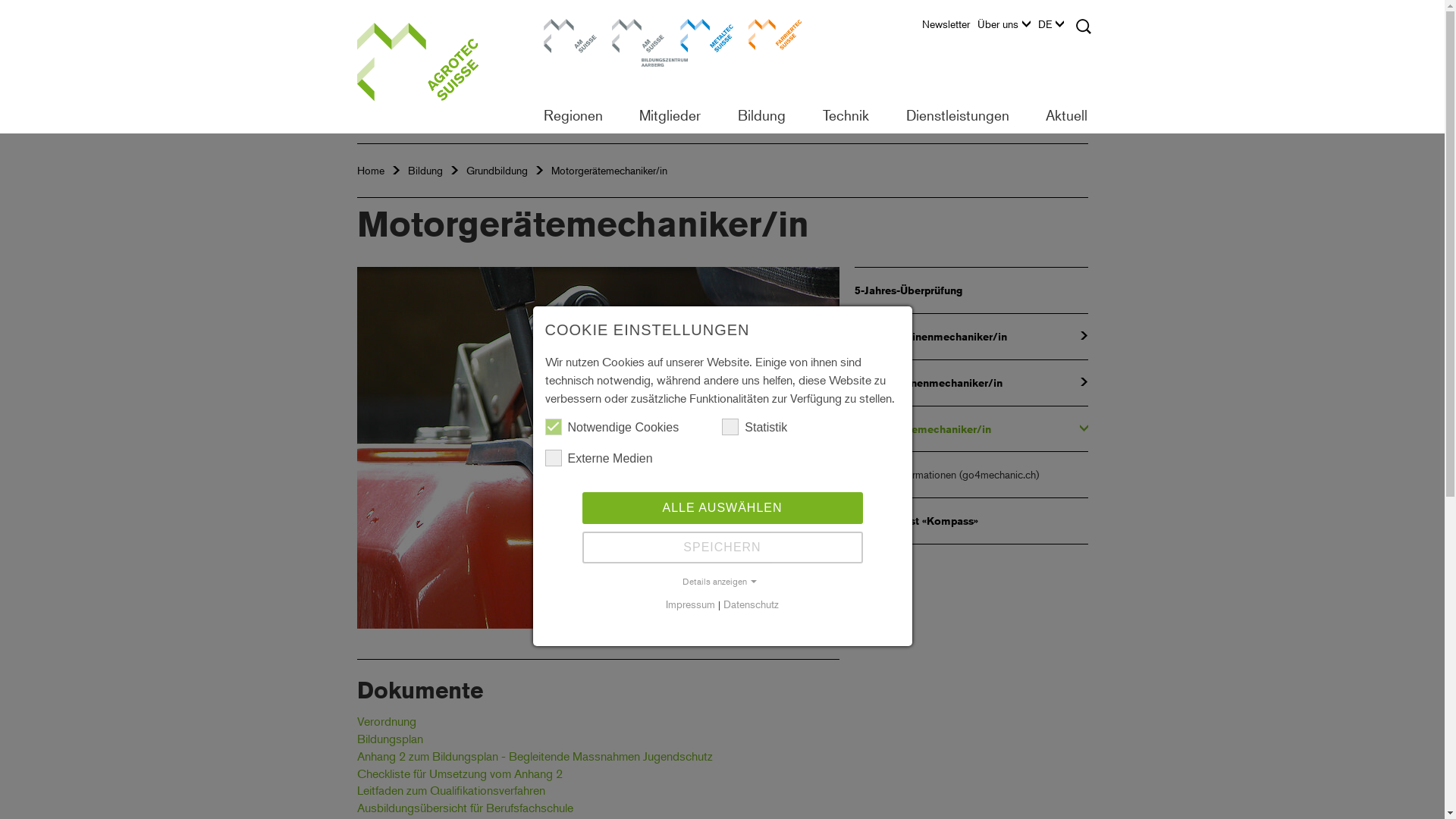 The width and height of the screenshot is (1456, 819). Describe the element at coordinates (689, 603) in the screenshot. I see `'Impressum'` at that location.